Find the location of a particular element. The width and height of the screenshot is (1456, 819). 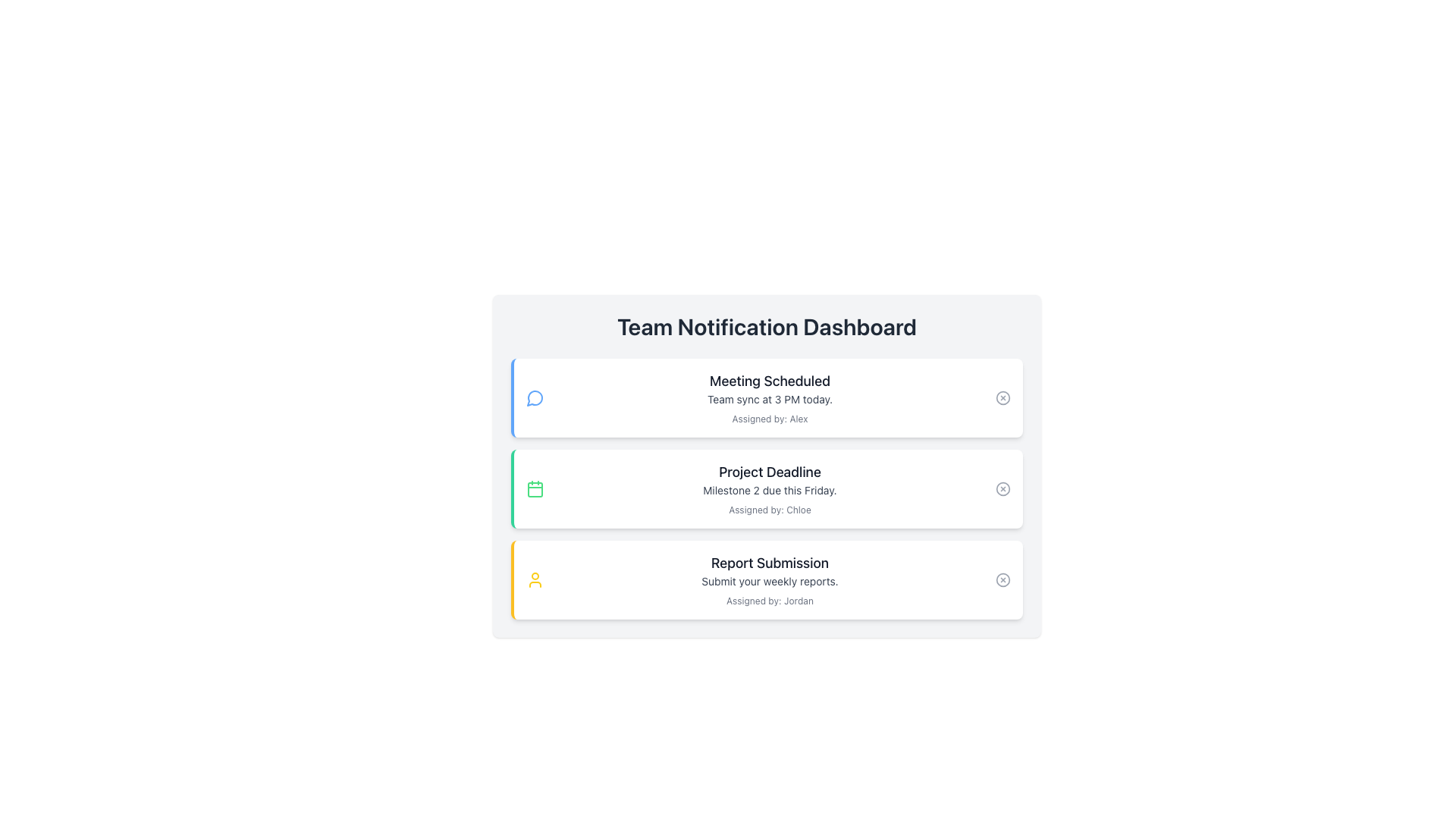

the calendar icon with a green border and white background located in the 'Project Deadline' notification panel is located at coordinates (535, 488).